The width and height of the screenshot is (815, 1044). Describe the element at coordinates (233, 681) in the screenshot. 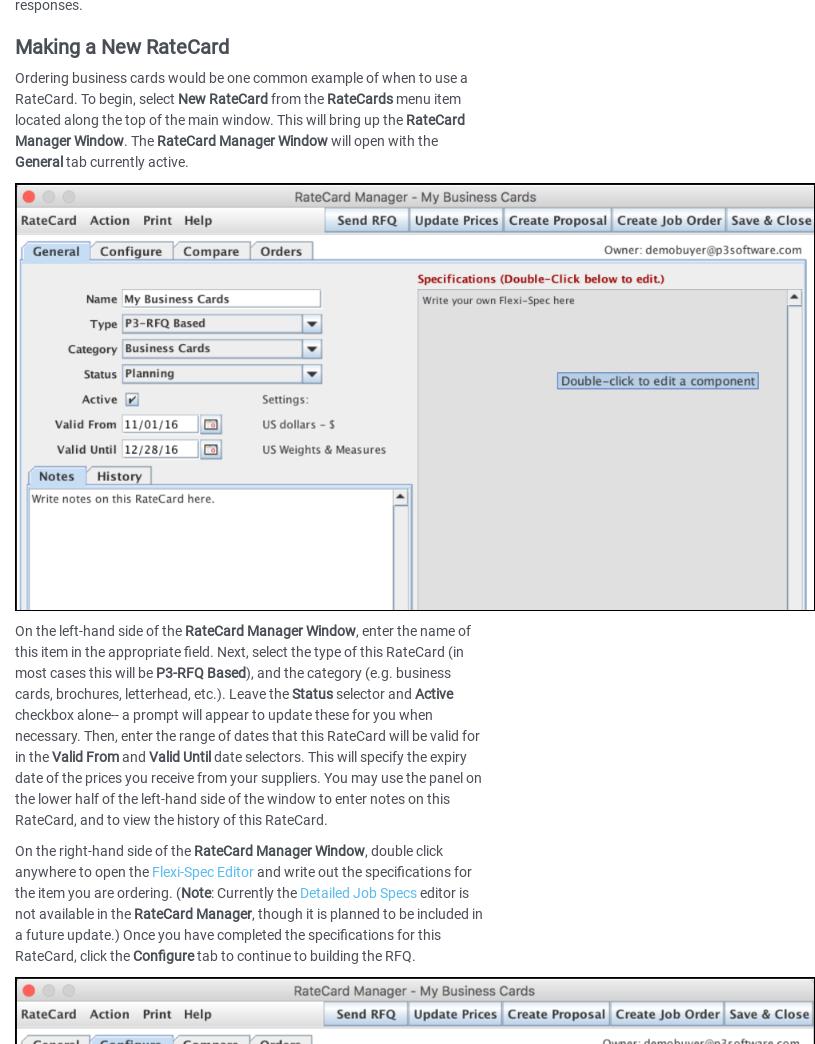

I see `'), and the category (e.g. business cards, brochures, letterhead, etc.). Leave the'` at that location.